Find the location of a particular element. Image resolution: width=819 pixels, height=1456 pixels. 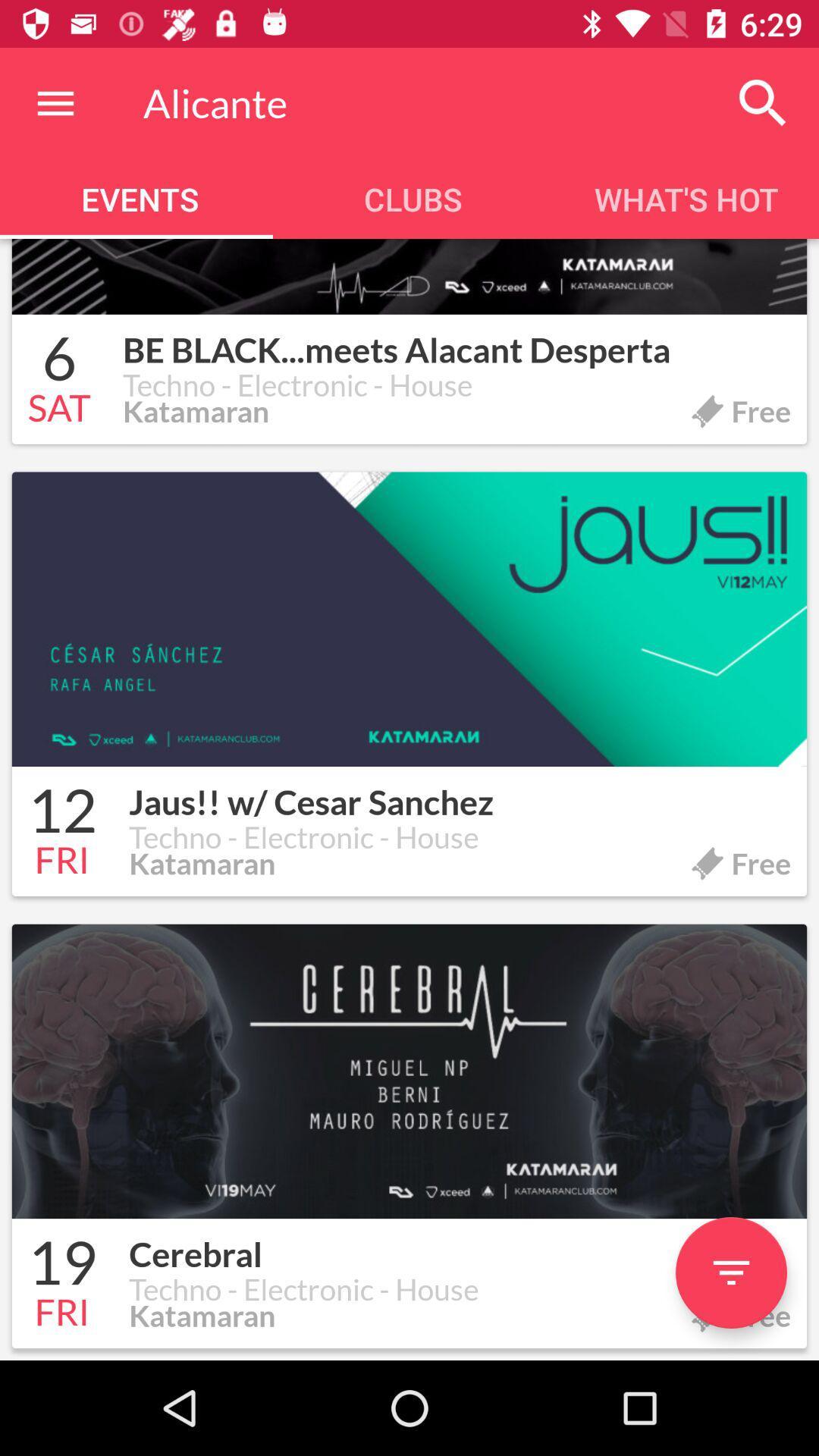

item next to the 19 icon is located at coordinates (459, 1246).